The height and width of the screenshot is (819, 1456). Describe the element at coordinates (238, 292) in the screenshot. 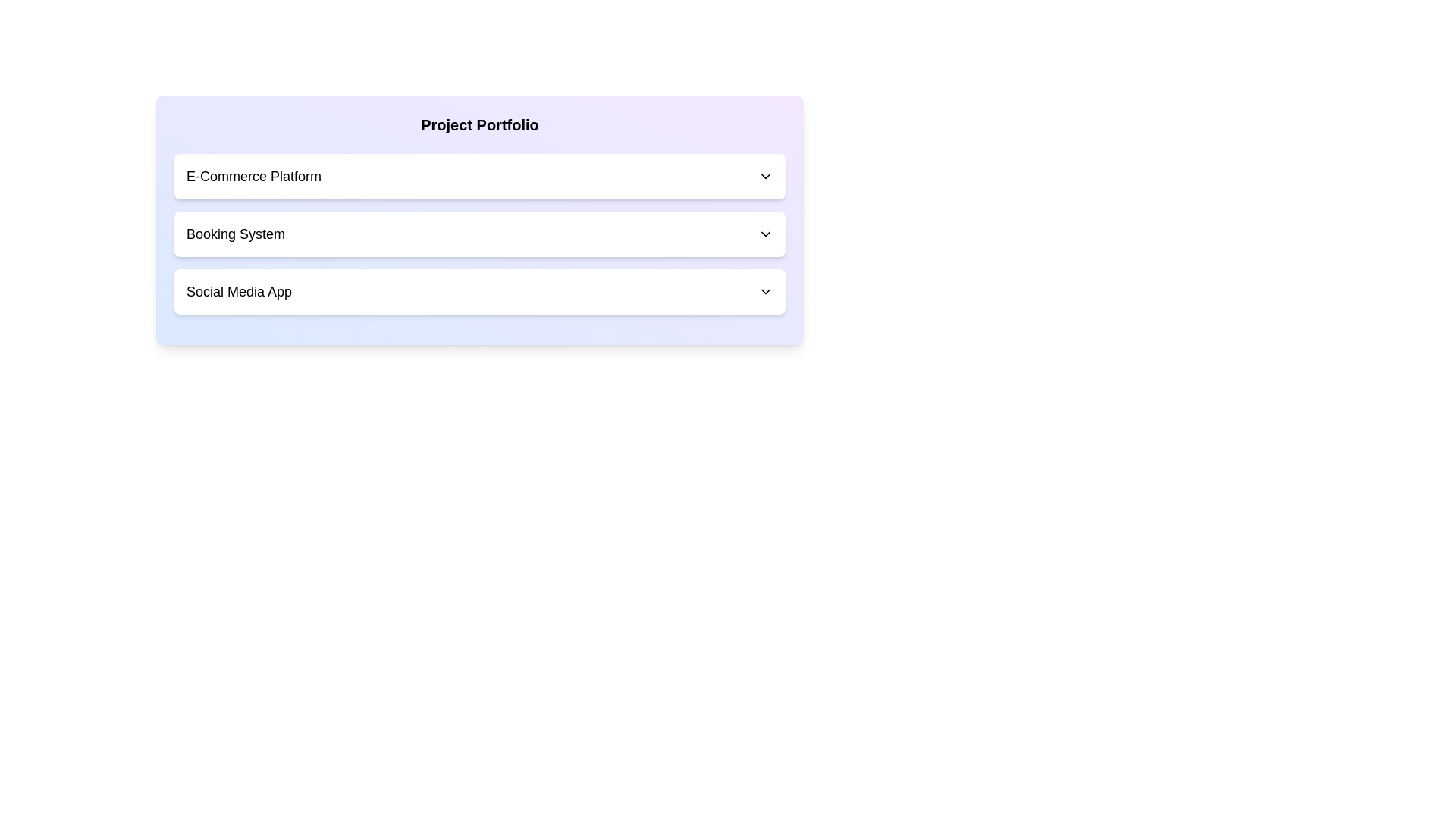

I see `the 'Social Media App' label, which is displayed in a standard sans-serif font on a white rectangular background, located in the third interactive section of the interface` at that location.